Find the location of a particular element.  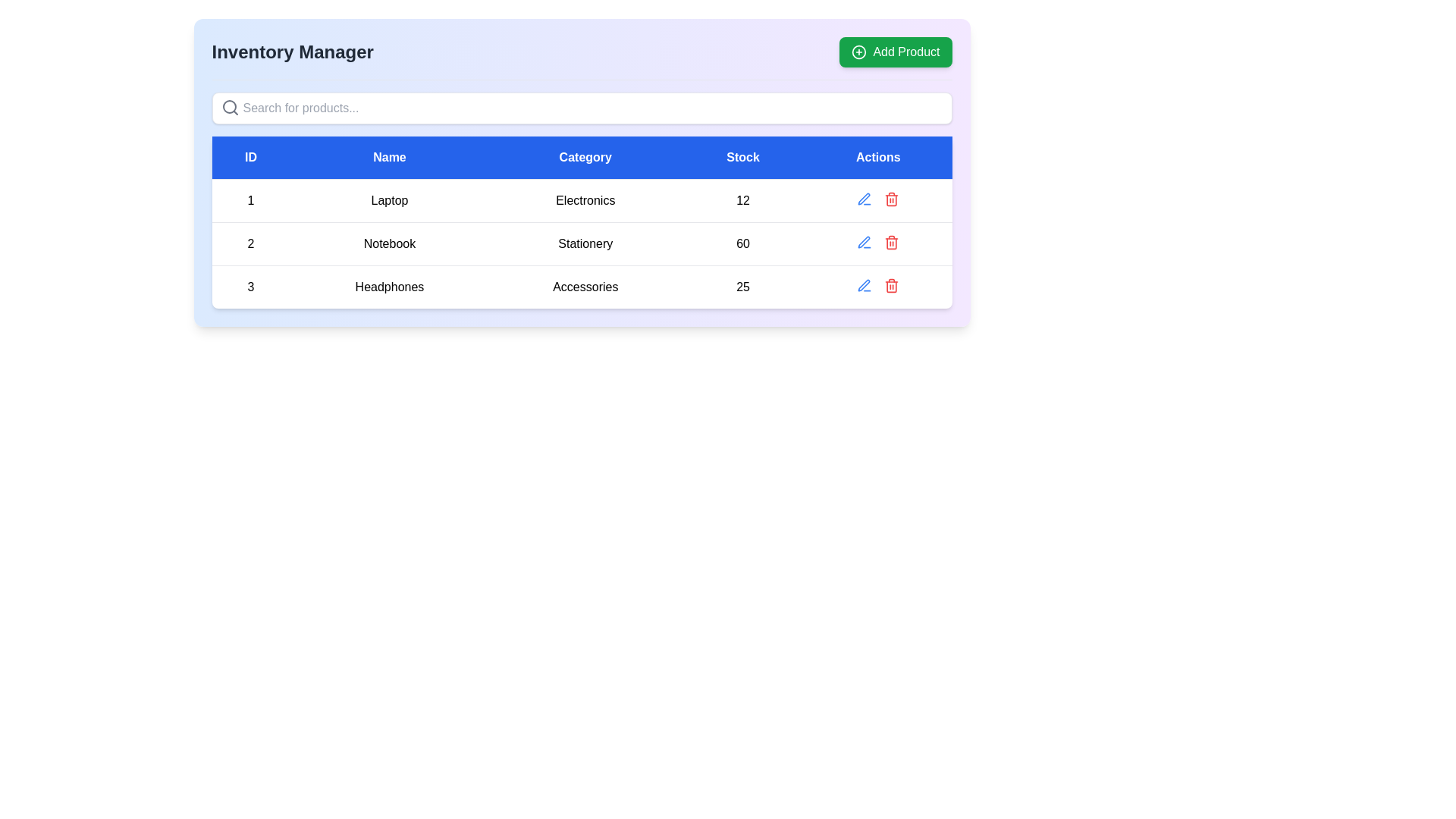

the search input box located below the 'Add Product' button and under the 'Inventory Manager' title is located at coordinates (581, 107).